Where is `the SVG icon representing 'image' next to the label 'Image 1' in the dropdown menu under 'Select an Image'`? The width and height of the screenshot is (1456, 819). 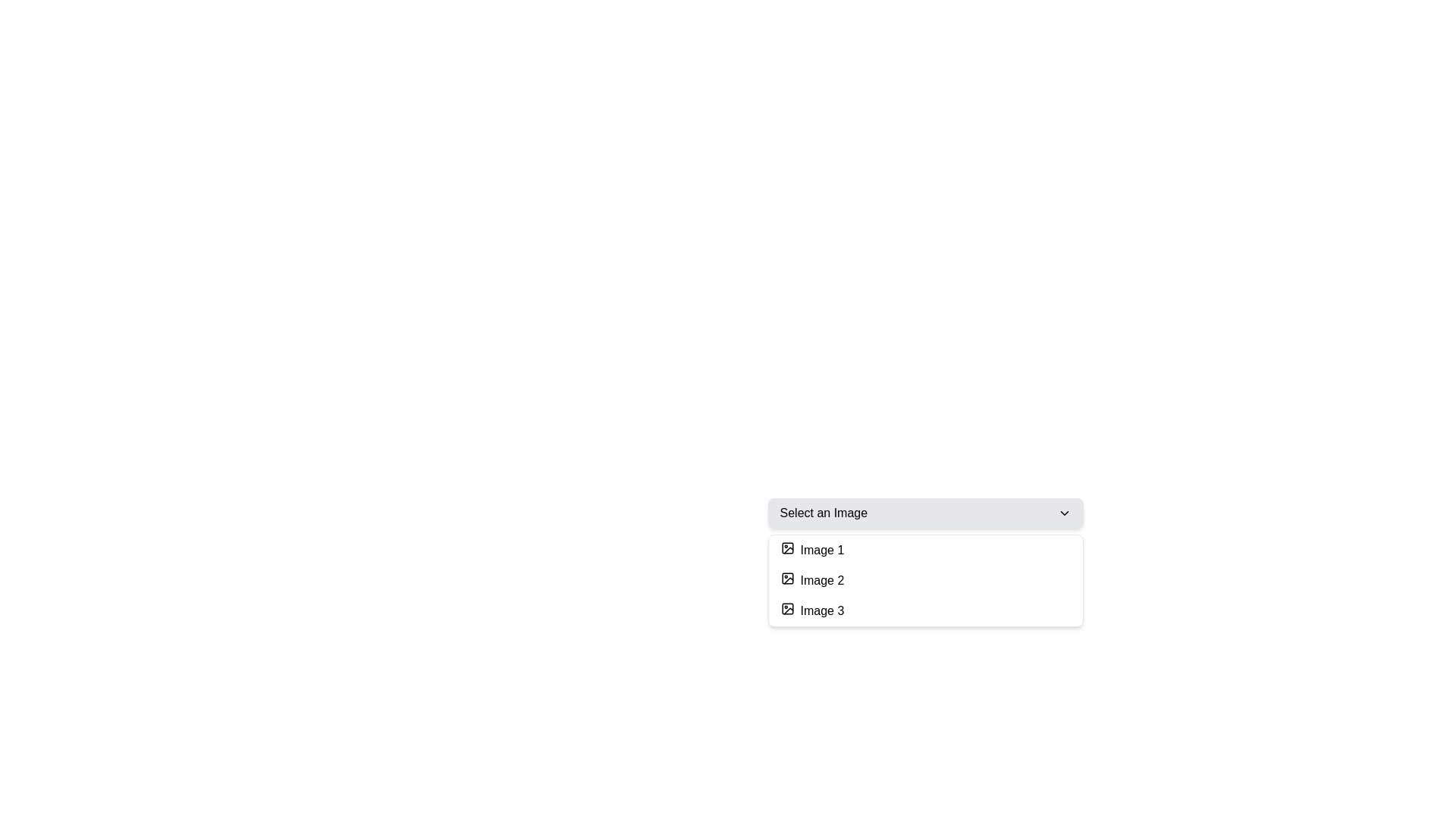 the SVG icon representing 'image' next to the label 'Image 1' in the dropdown menu under 'Select an Image' is located at coordinates (787, 548).